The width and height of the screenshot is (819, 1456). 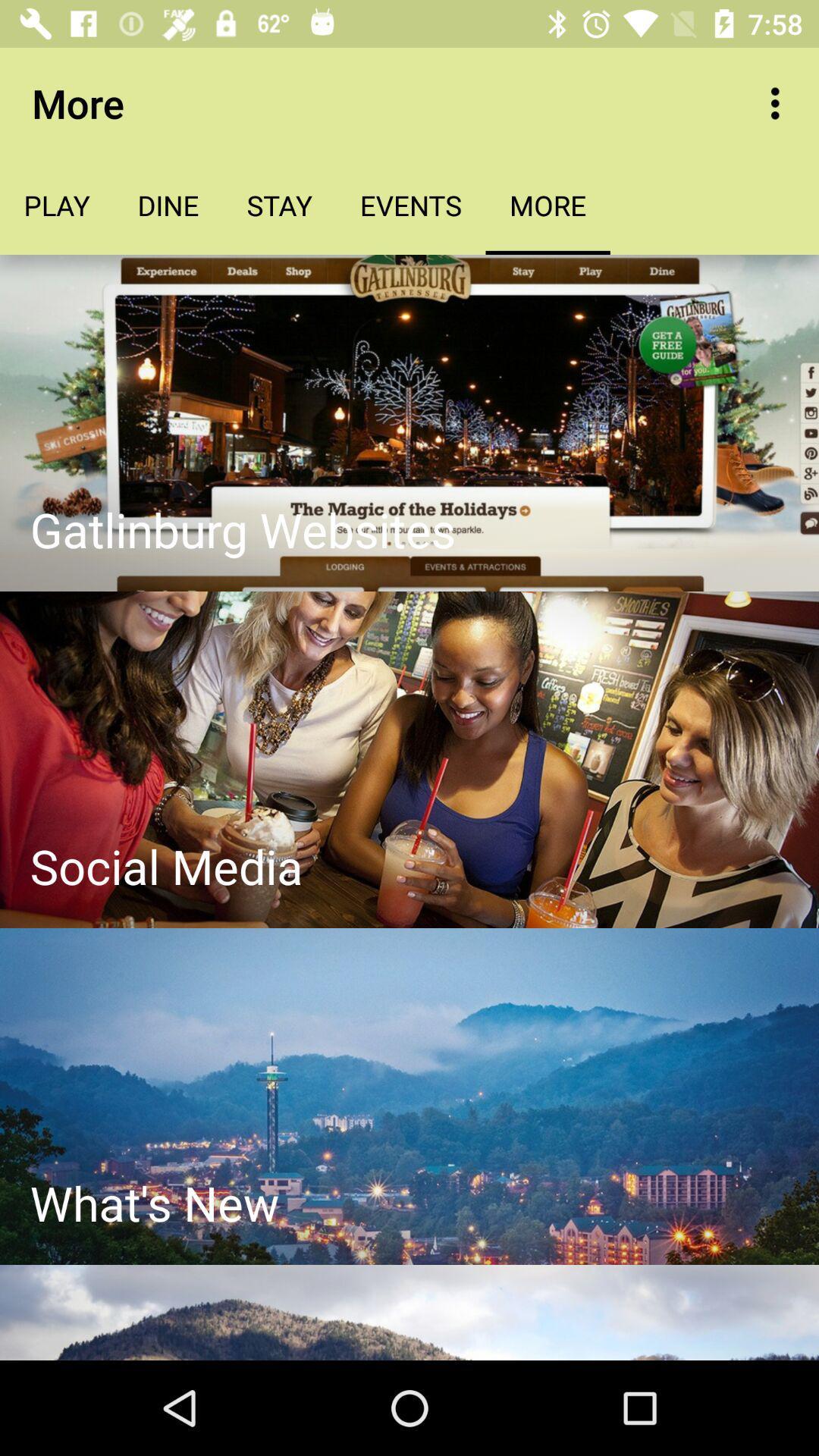 What do you see at coordinates (779, 102) in the screenshot?
I see `the icon next to the more item` at bounding box center [779, 102].